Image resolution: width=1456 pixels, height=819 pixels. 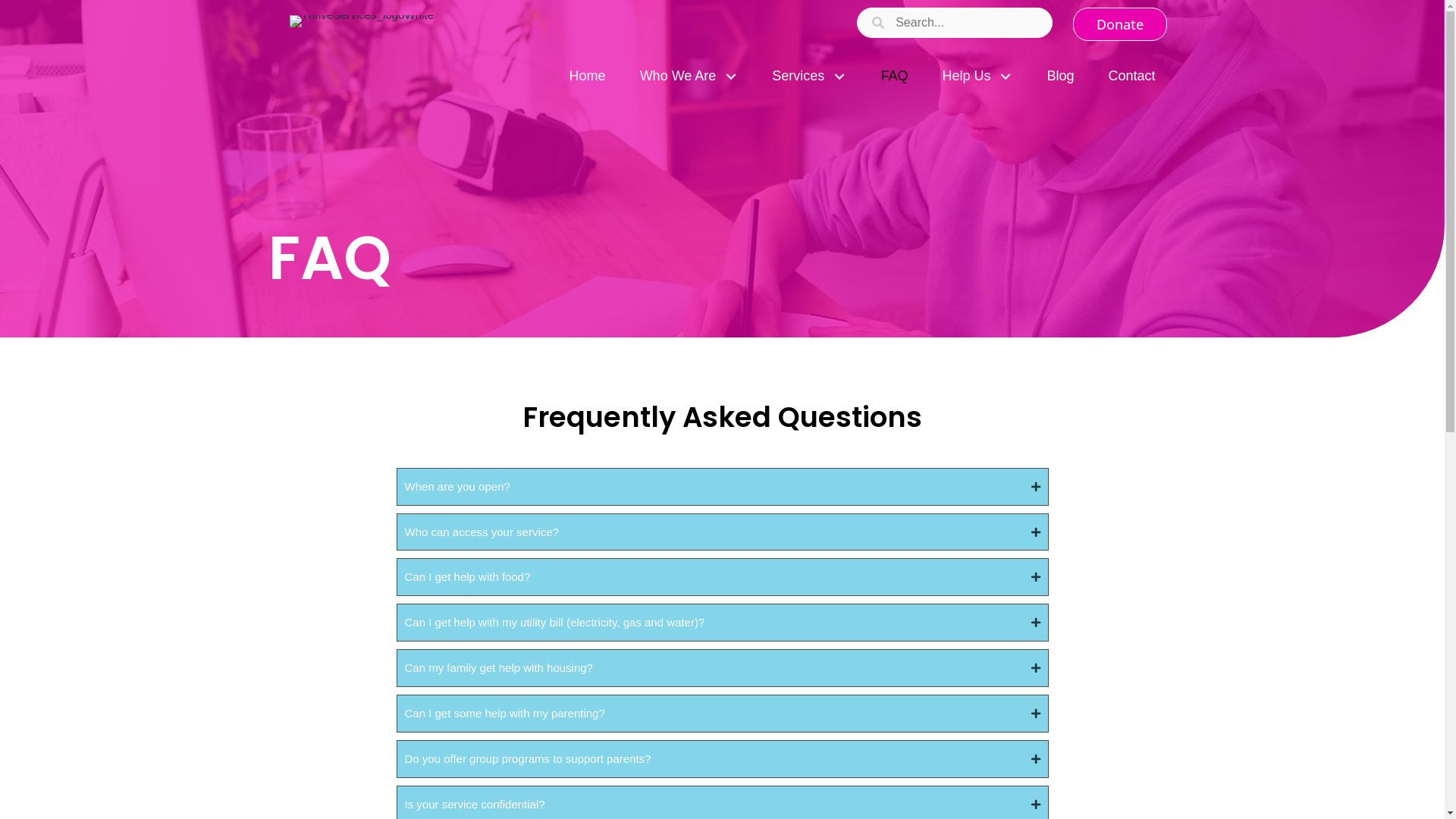 What do you see at coordinates (586, 76) in the screenshot?
I see `'Home'` at bounding box center [586, 76].